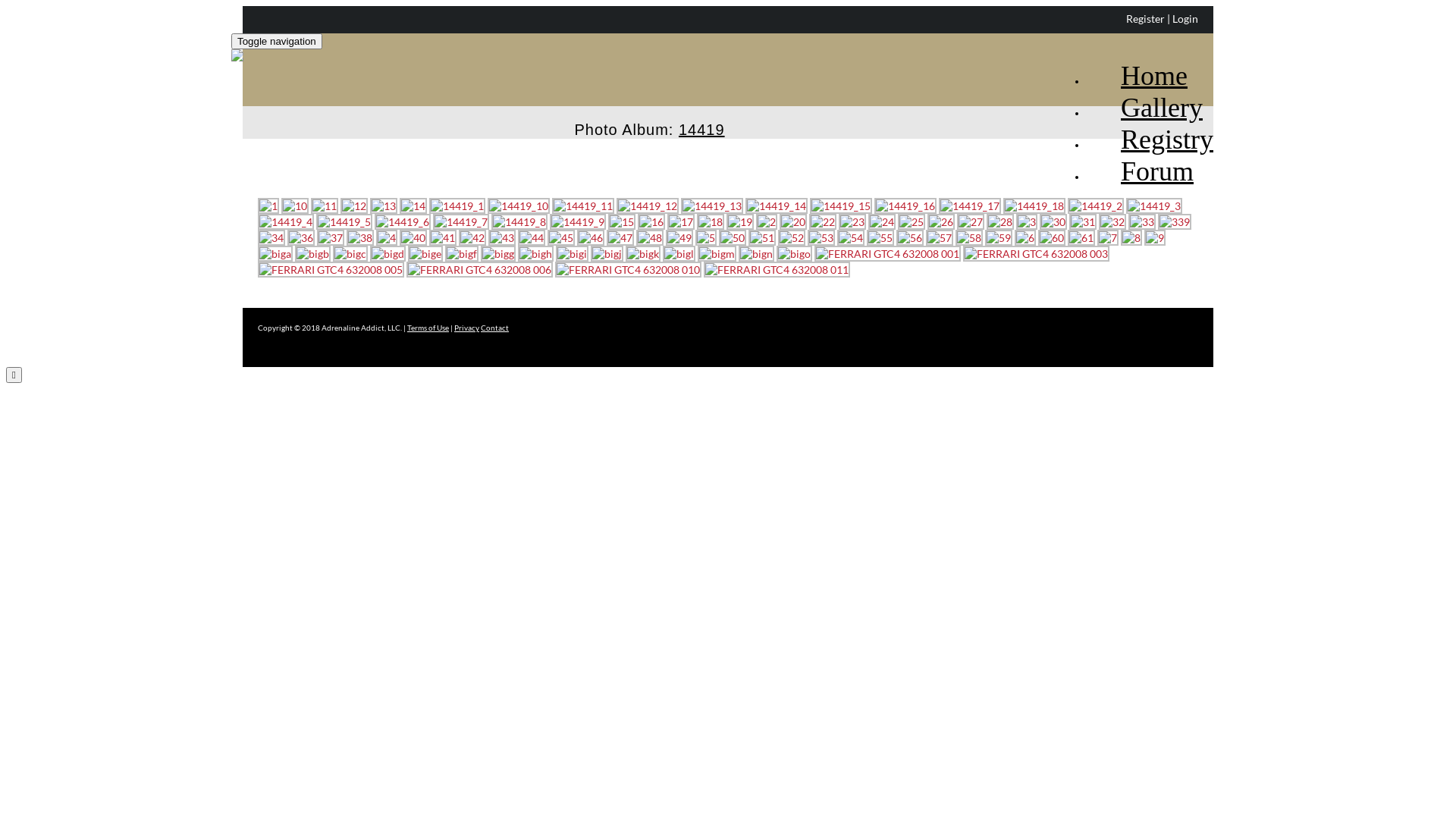  What do you see at coordinates (403, 221) in the screenshot?
I see `'14419_6 (click to enlarge)'` at bounding box center [403, 221].